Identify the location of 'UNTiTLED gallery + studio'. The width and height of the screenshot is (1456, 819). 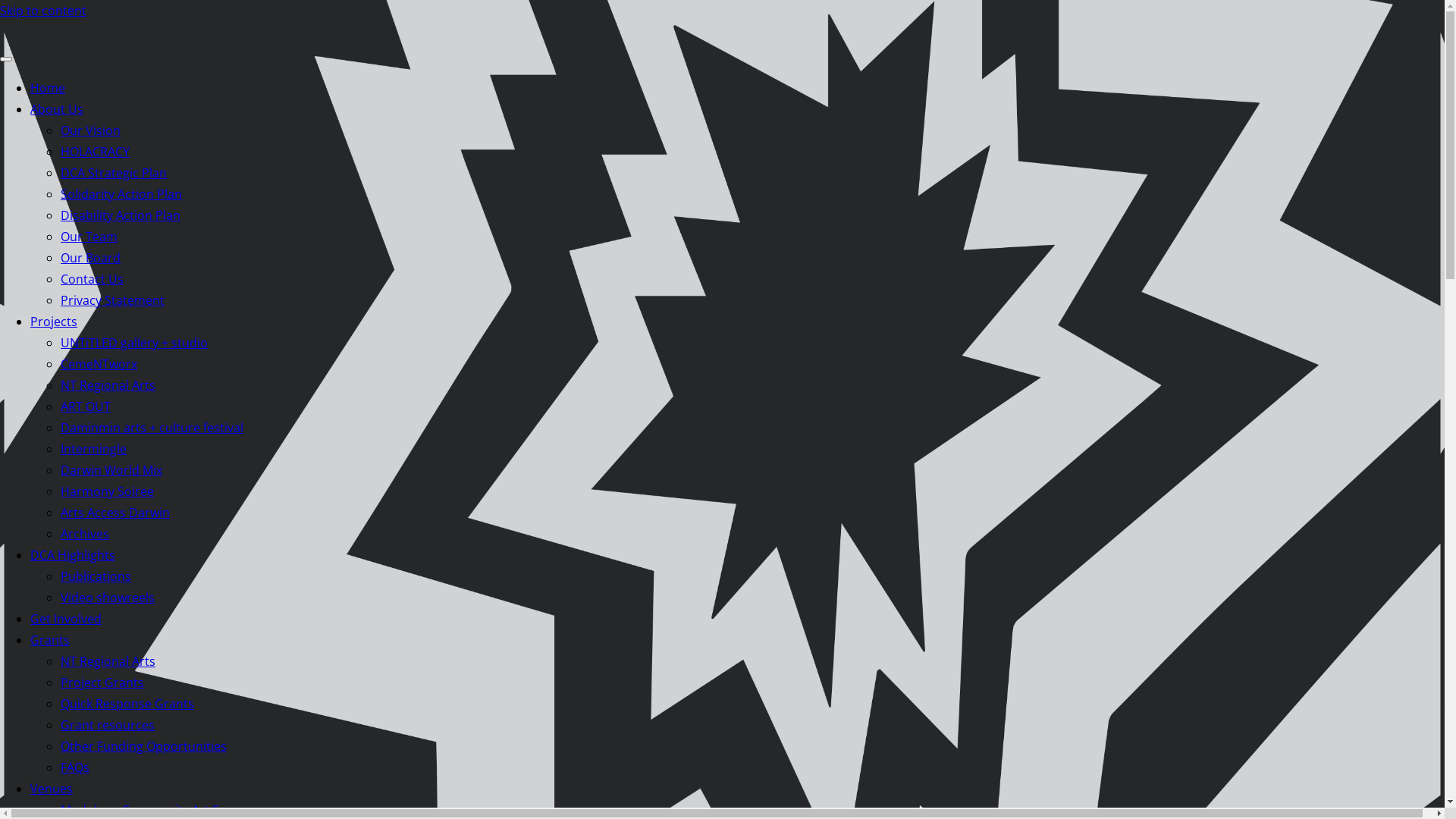
(134, 342).